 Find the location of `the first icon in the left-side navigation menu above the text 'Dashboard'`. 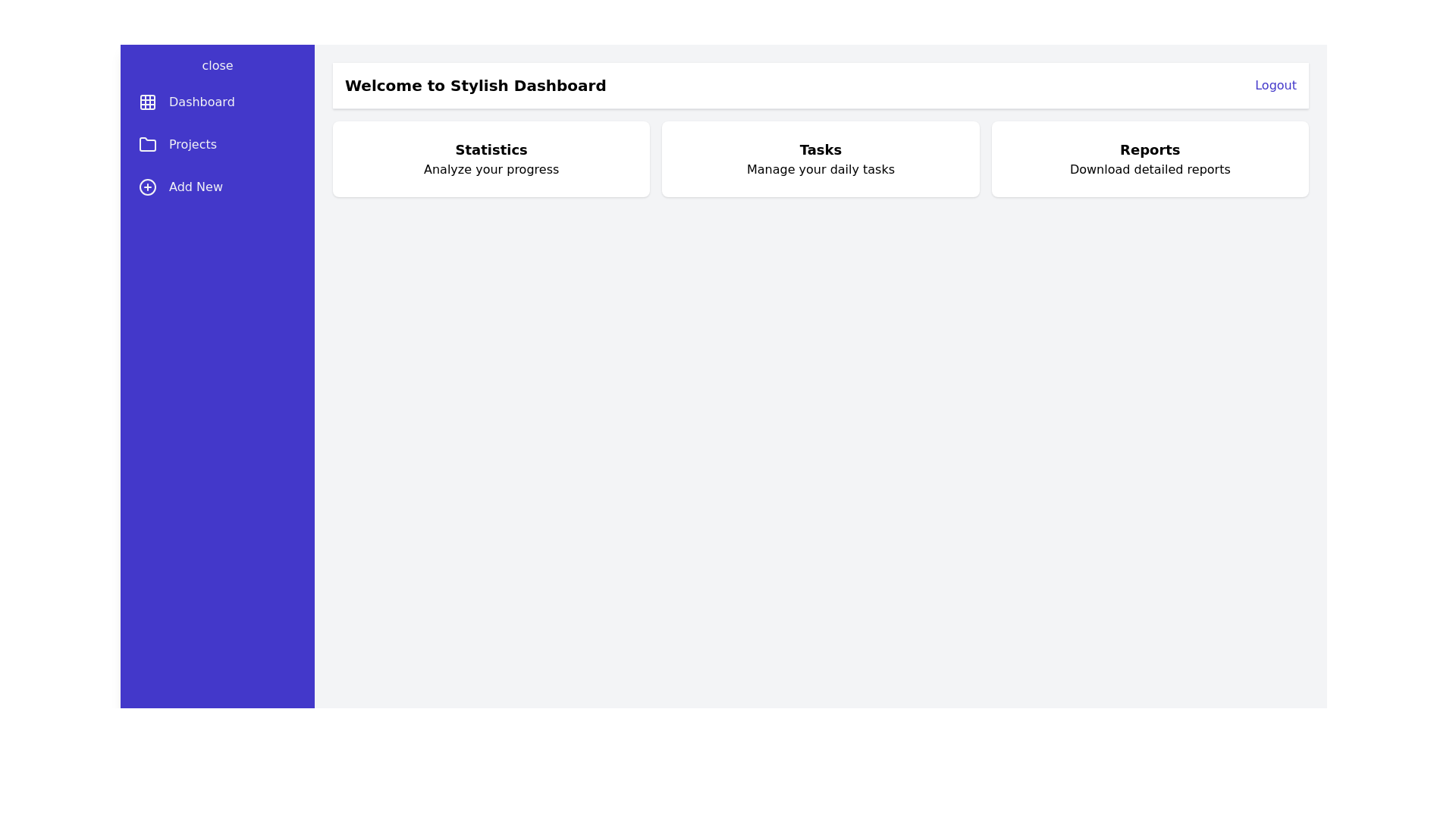

the first icon in the left-side navigation menu above the text 'Dashboard' is located at coordinates (148, 102).